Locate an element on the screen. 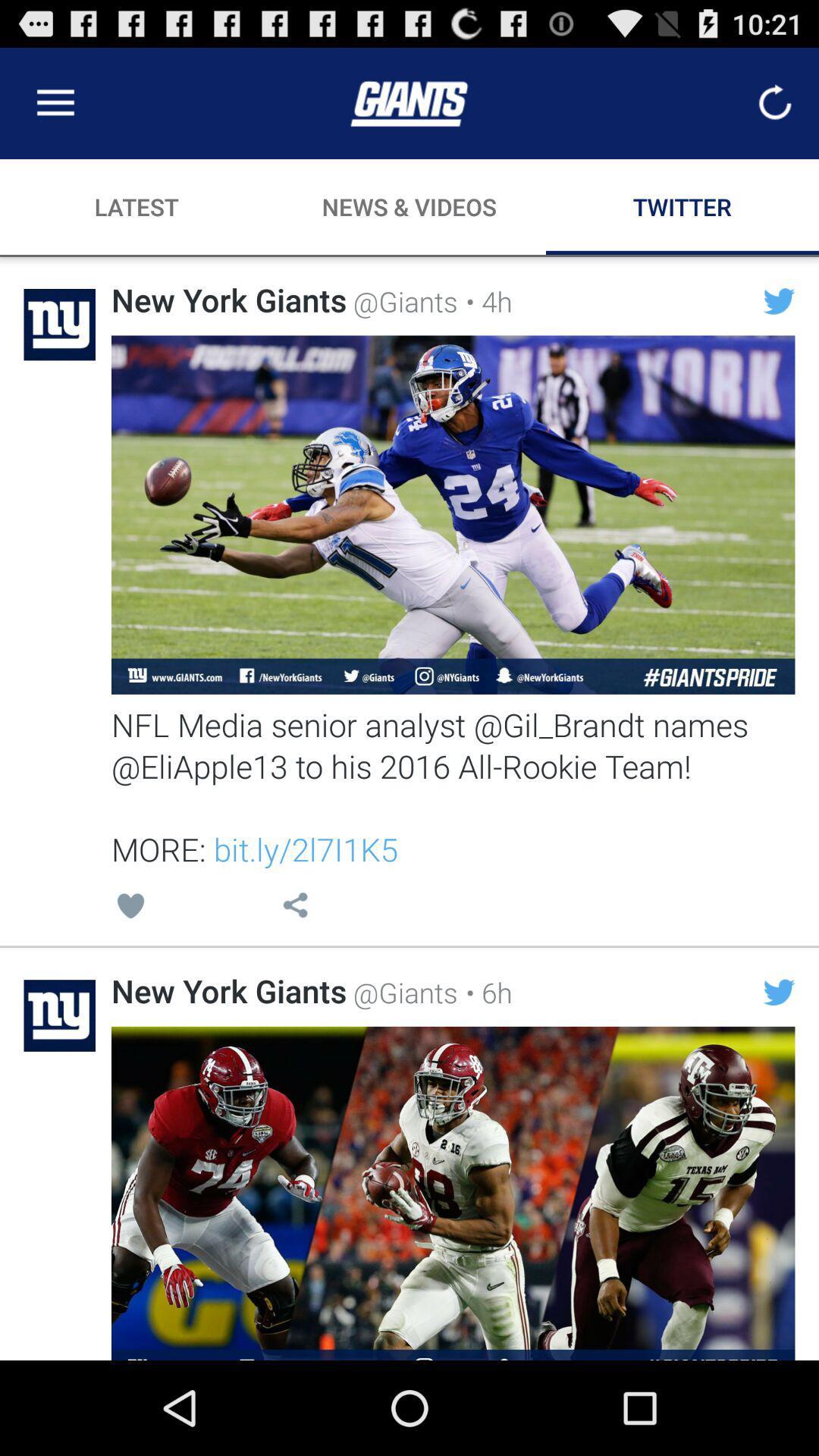 The width and height of the screenshot is (819, 1456). share the article is located at coordinates (452, 1192).